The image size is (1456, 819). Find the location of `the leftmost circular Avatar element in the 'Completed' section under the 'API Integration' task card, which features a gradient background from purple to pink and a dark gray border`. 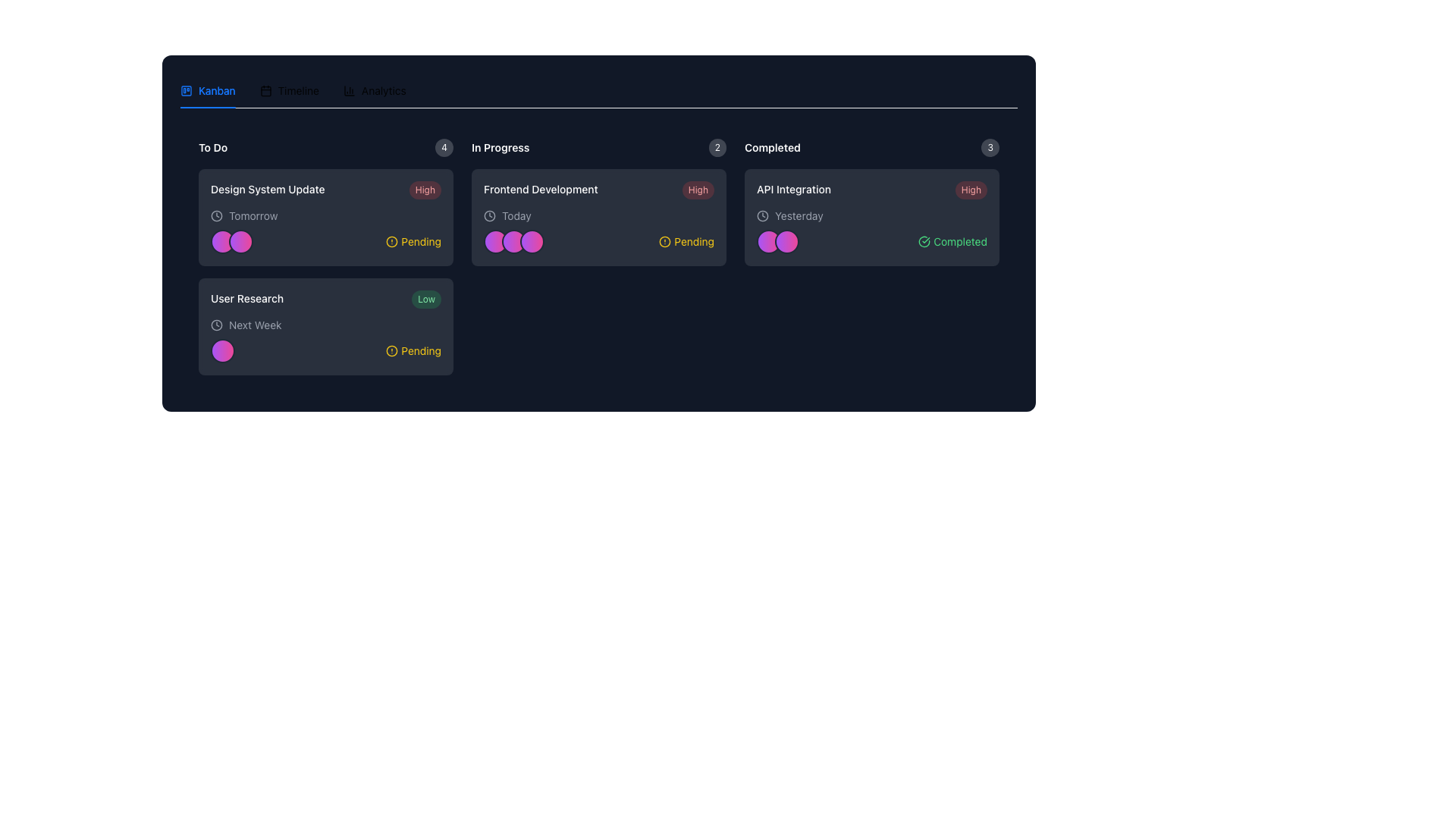

the leftmost circular Avatar element in the 'Completed' section under the 'API Integration' task card, which features a gradient background from purple to pink and a dark gray border is located at coordinates (768, 241).